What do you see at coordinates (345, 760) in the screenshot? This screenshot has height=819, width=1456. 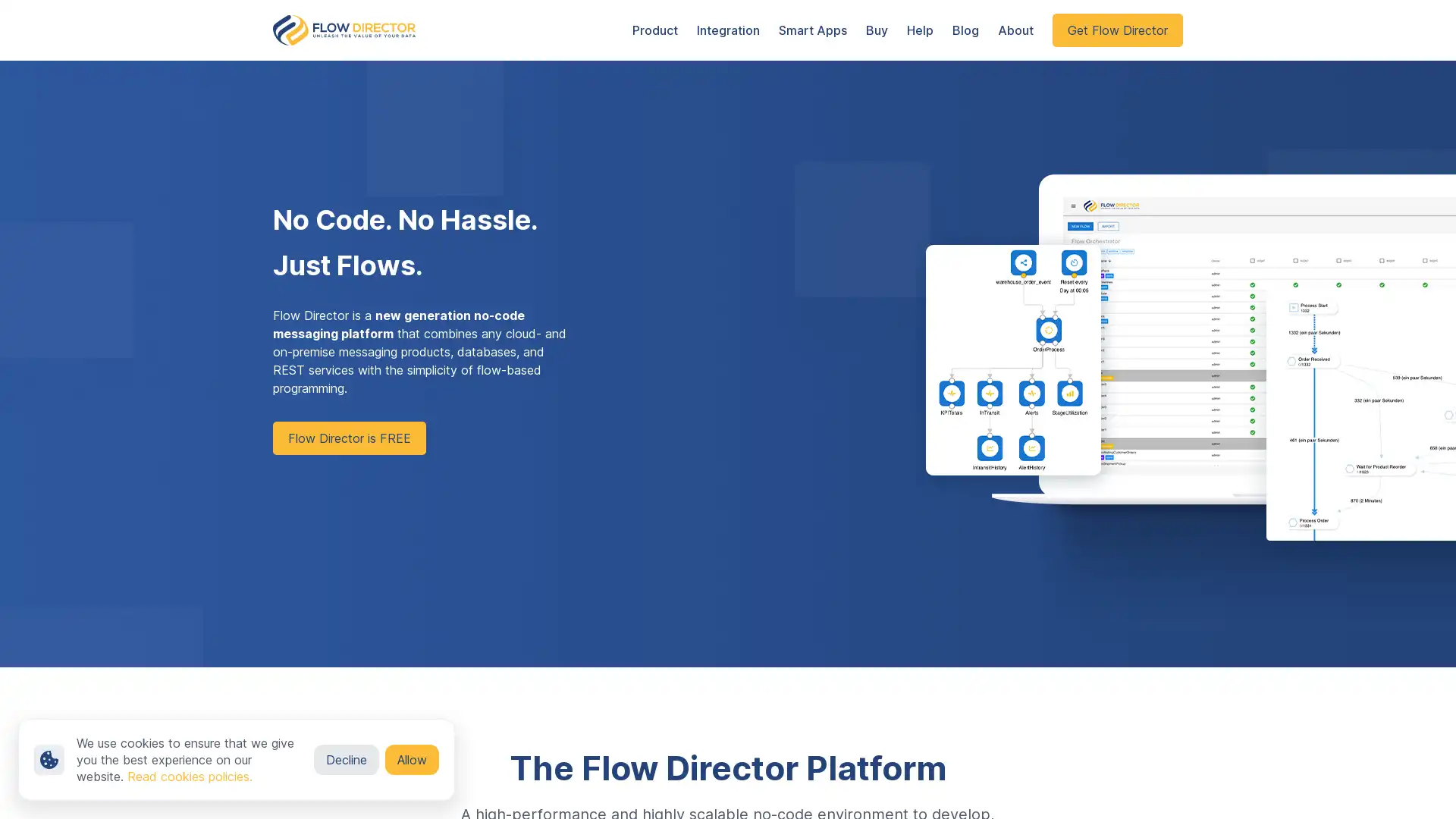 I see `Decline` at bounding box center [345, 760].